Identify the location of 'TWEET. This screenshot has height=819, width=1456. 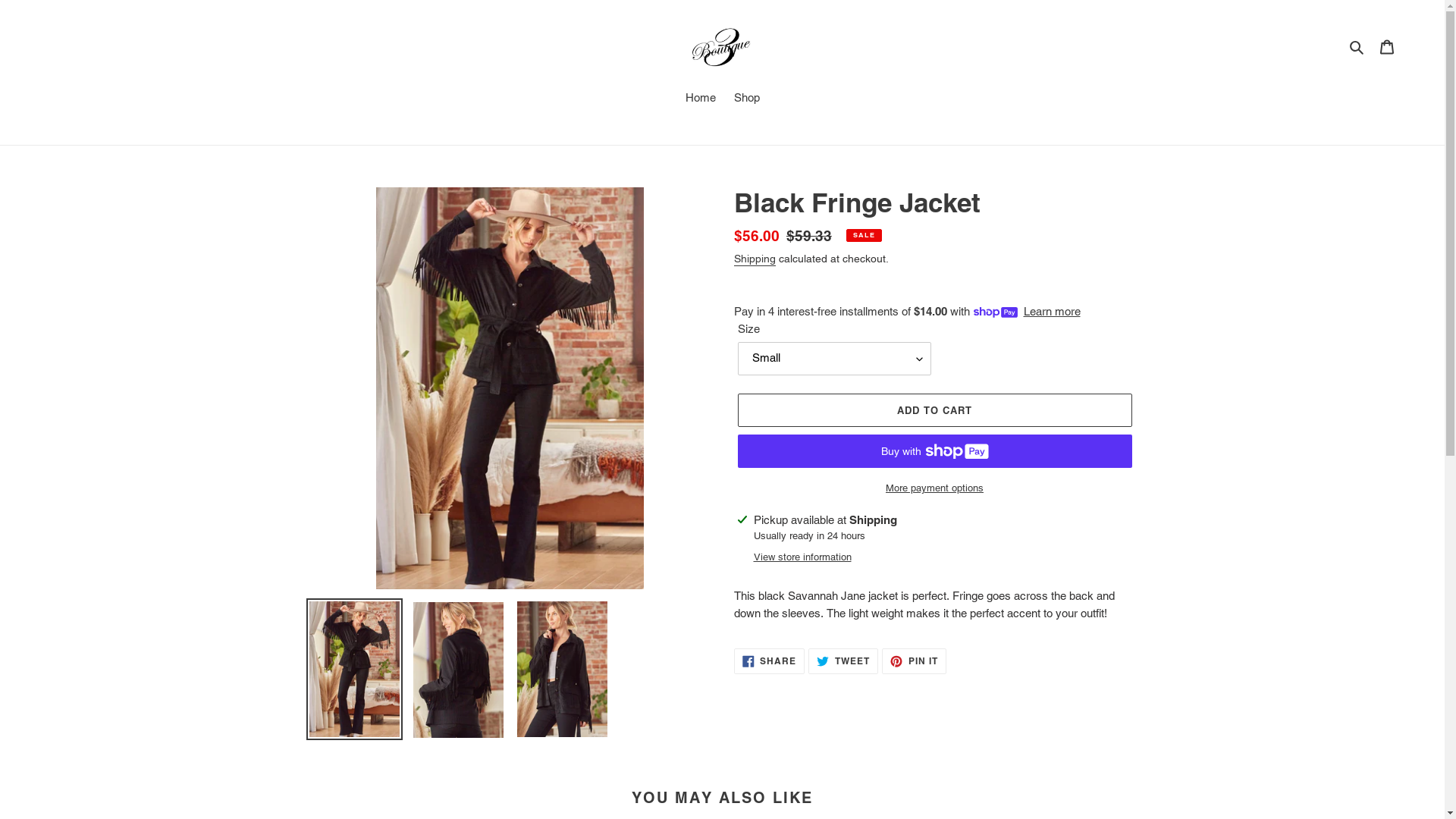
(807, 660).